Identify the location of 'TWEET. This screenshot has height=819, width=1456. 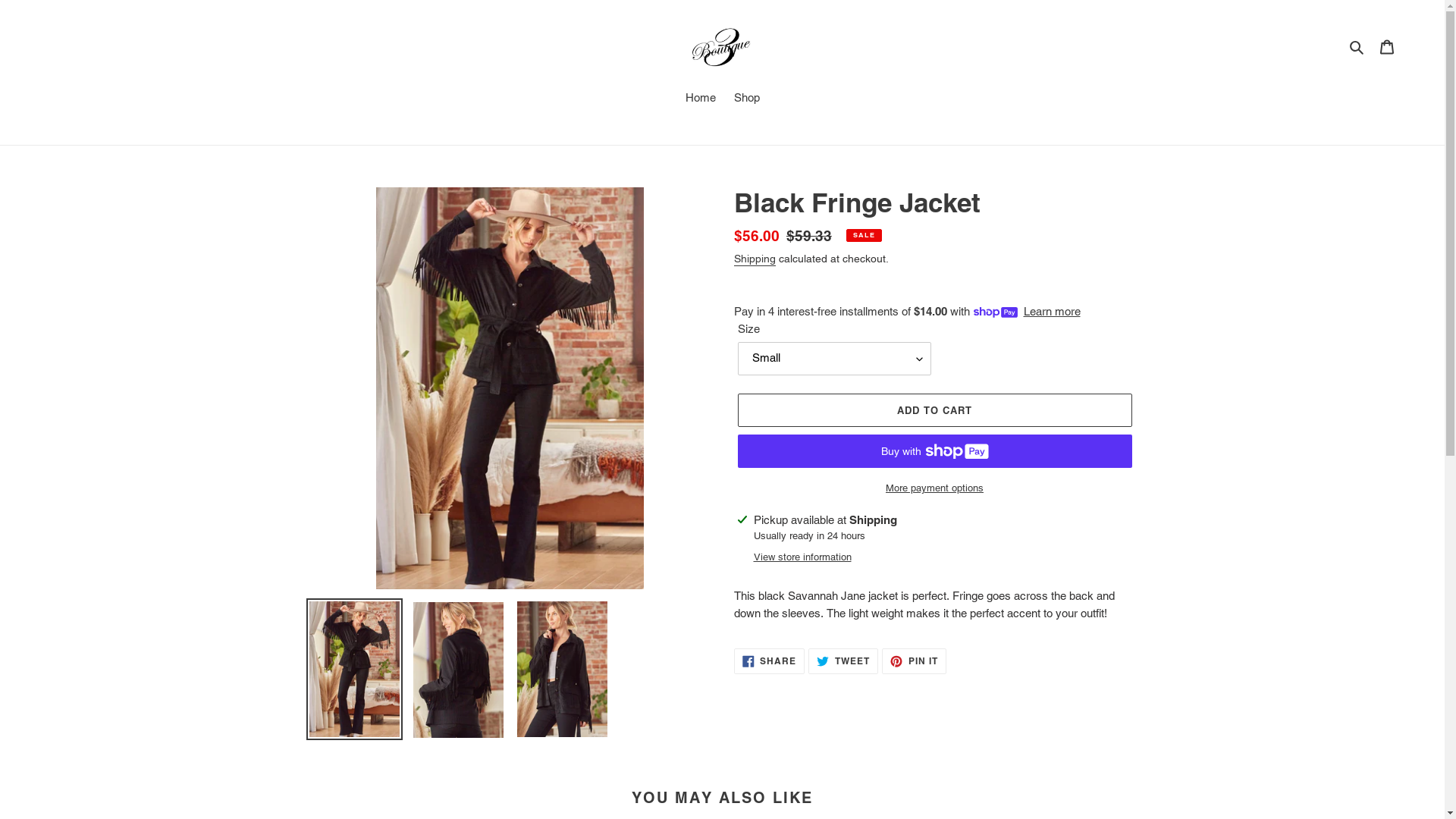
(807, 660).